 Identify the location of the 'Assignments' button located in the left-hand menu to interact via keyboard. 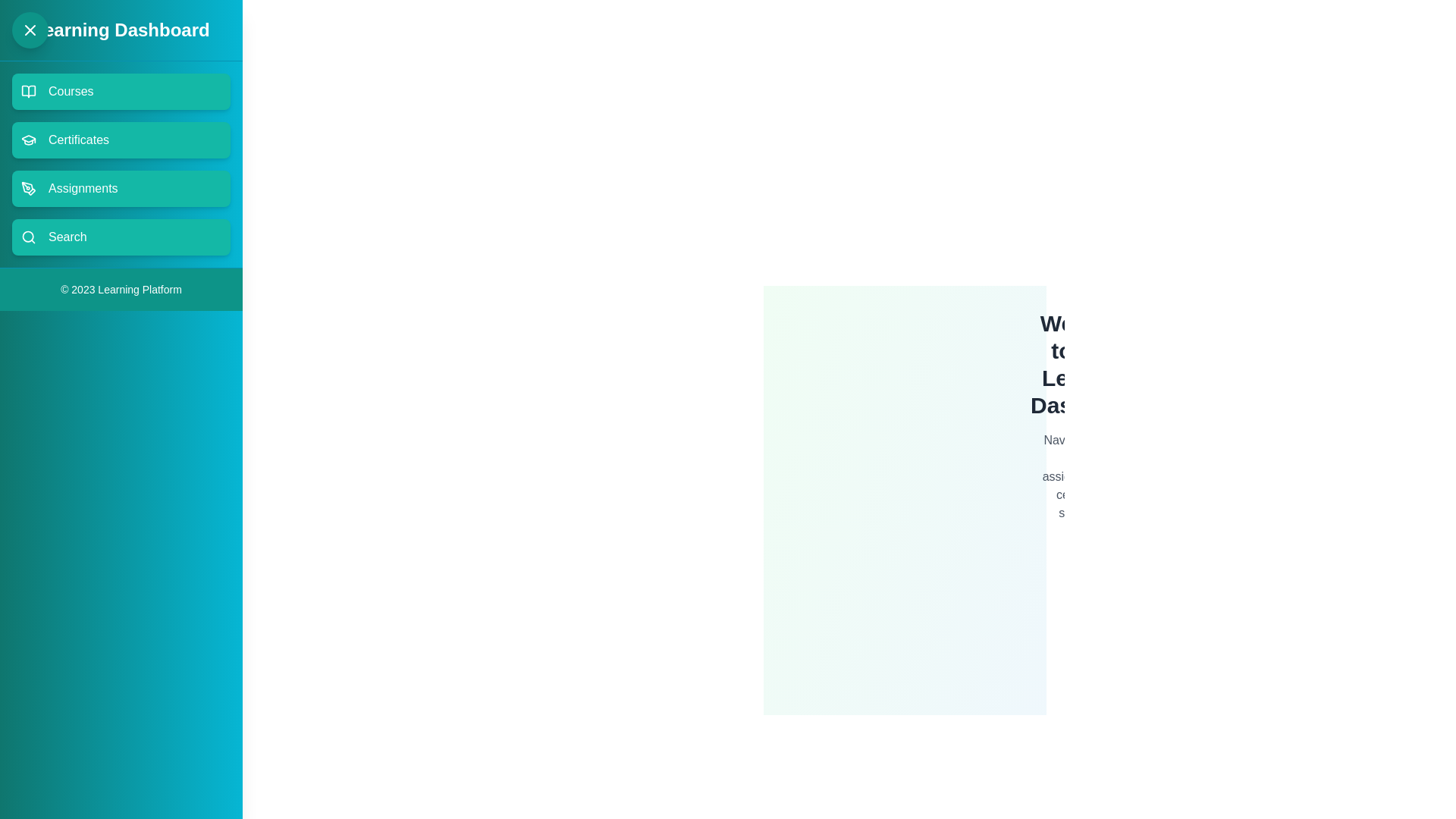
(120, 188).